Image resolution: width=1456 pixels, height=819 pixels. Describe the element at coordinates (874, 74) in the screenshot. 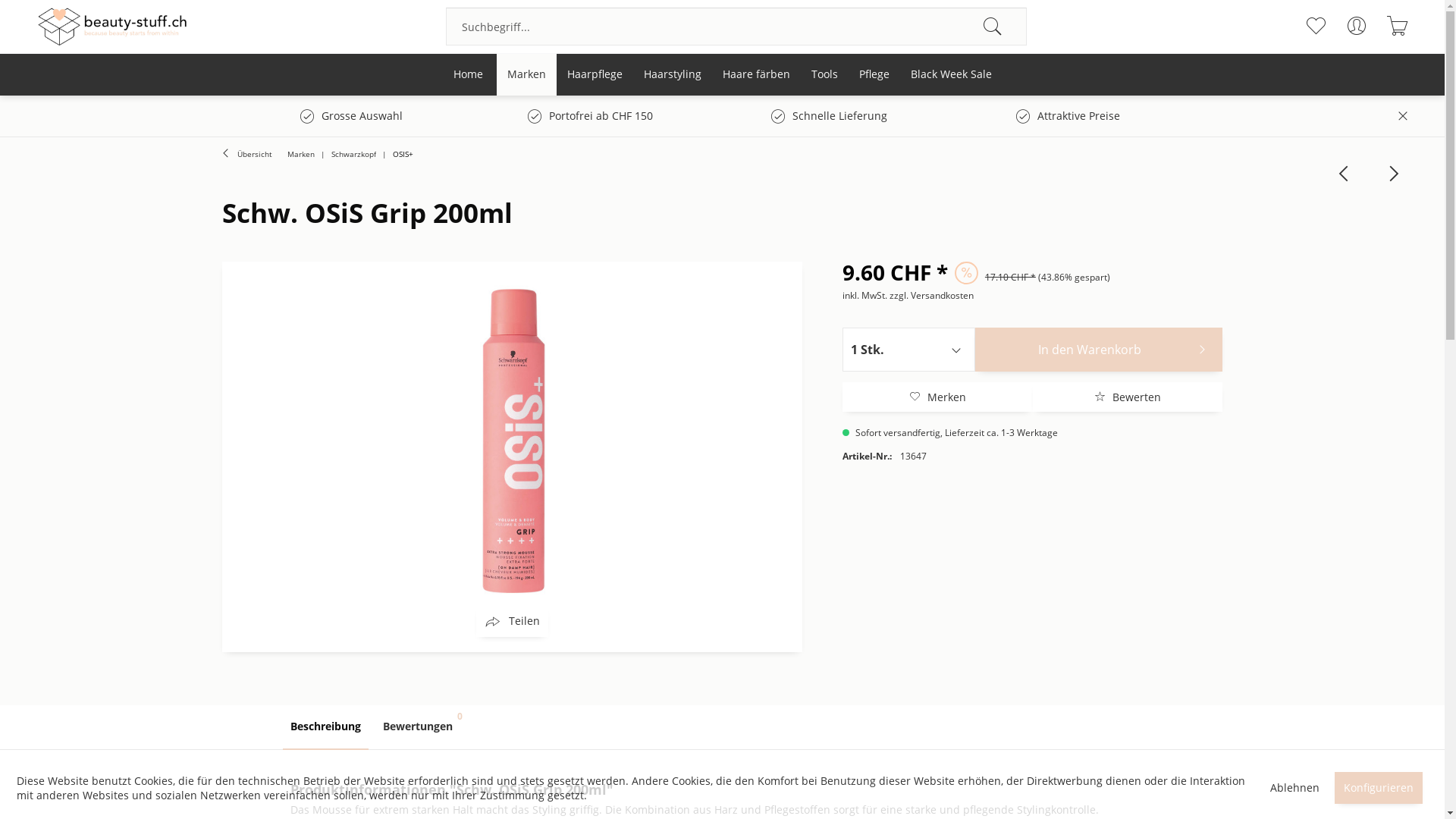

I see `'Pflege'` at that location.